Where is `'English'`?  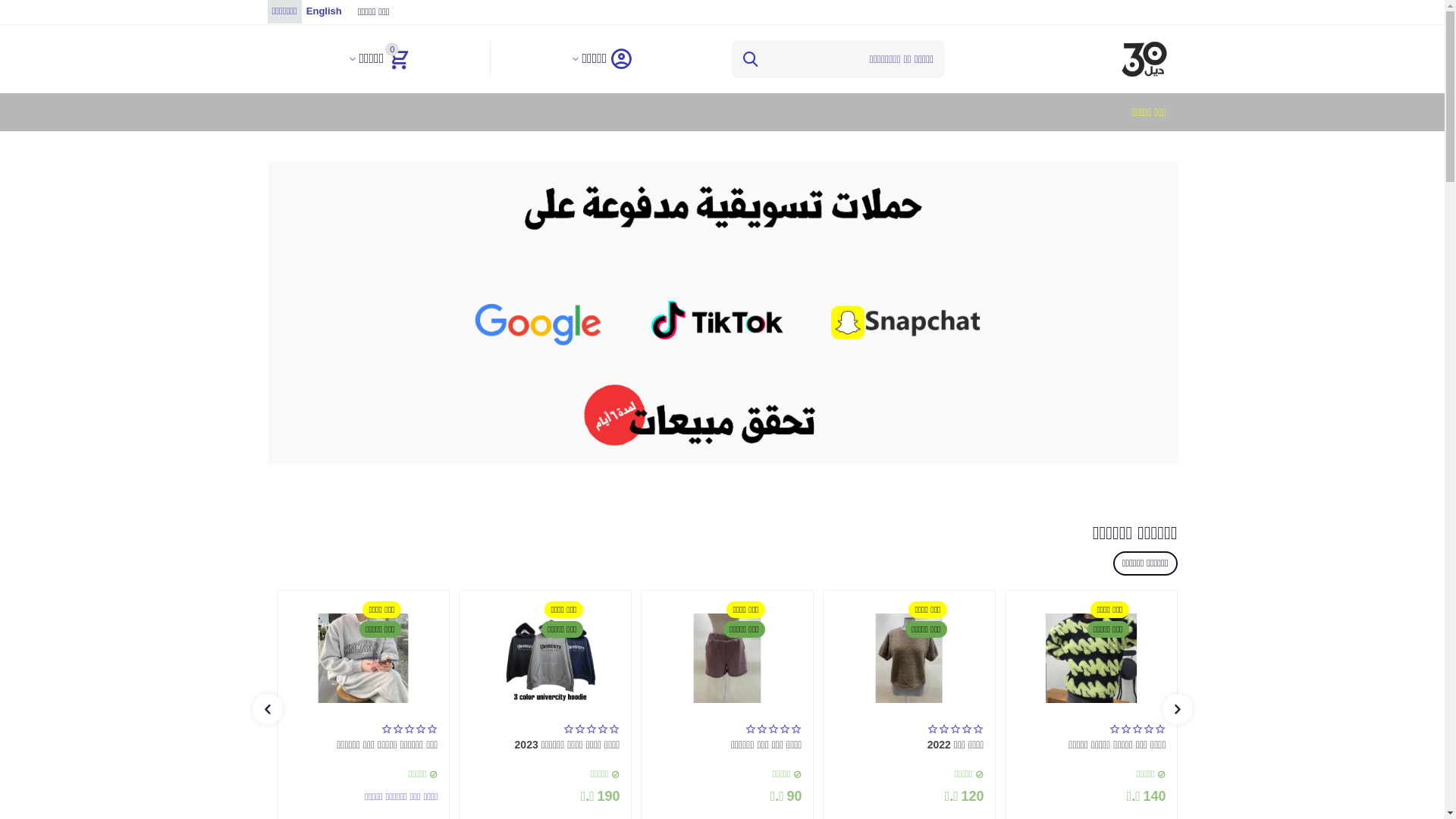 'English' is located at coordinates (323, 11).